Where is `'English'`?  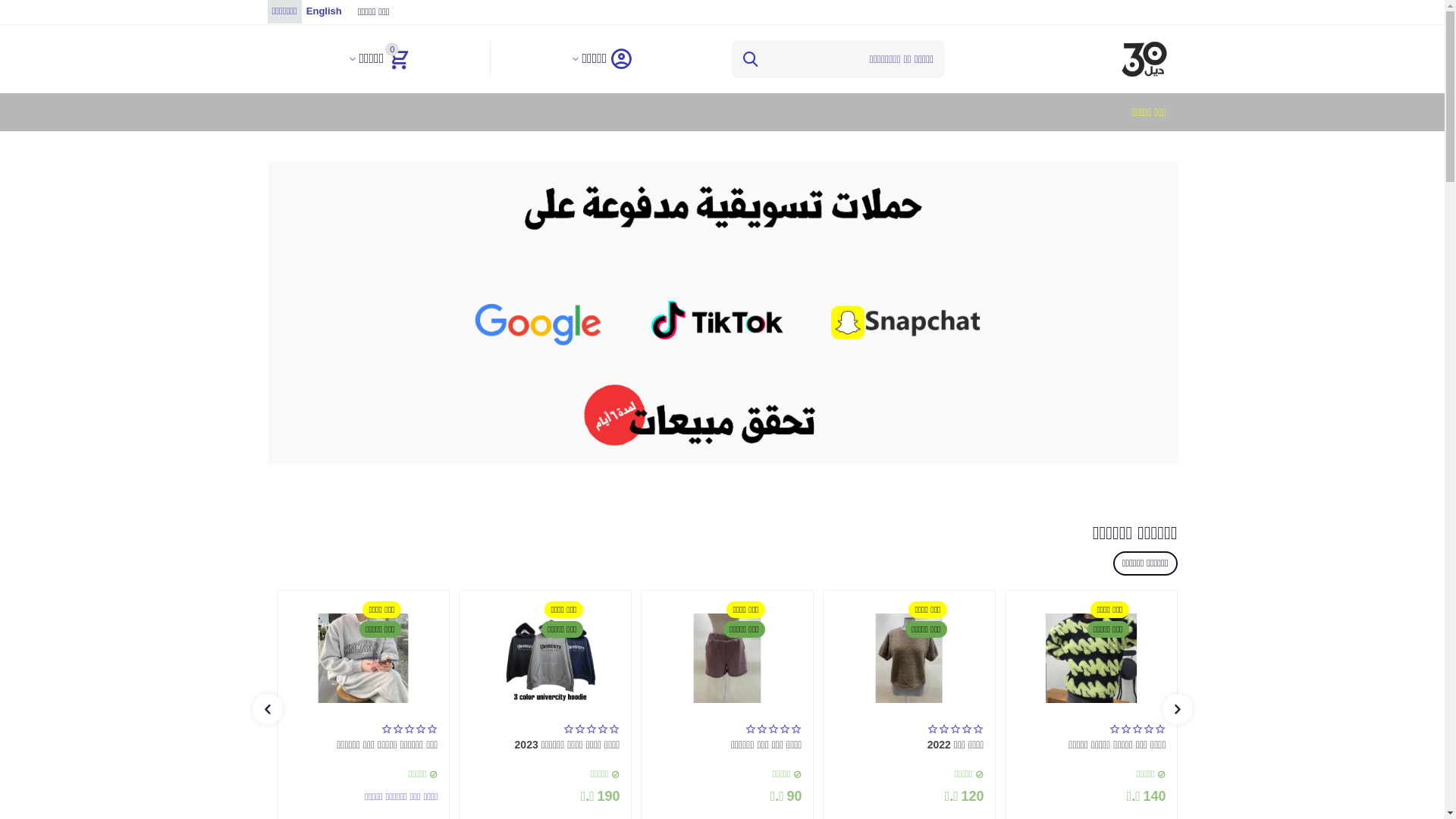 'English' is located at coordinates (323, 11).